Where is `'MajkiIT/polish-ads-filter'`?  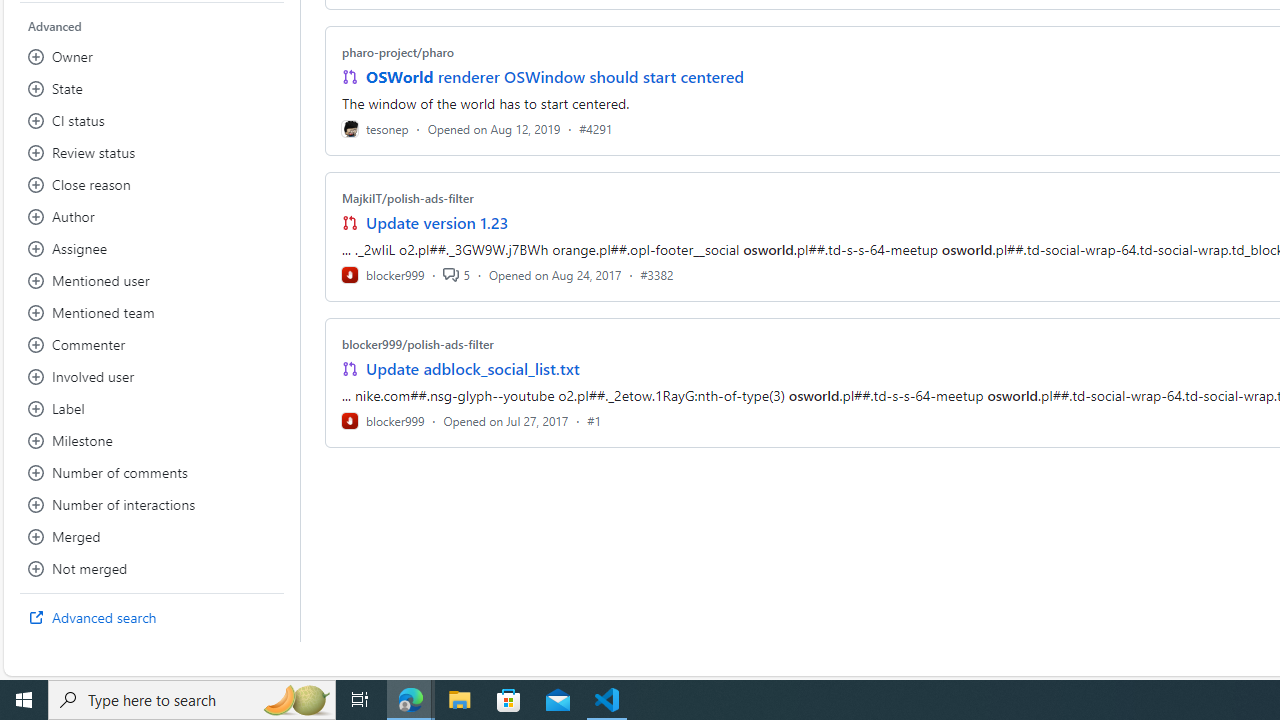
'MajkiIT/polish-ads-filter' is located at coordinates (406, 198).